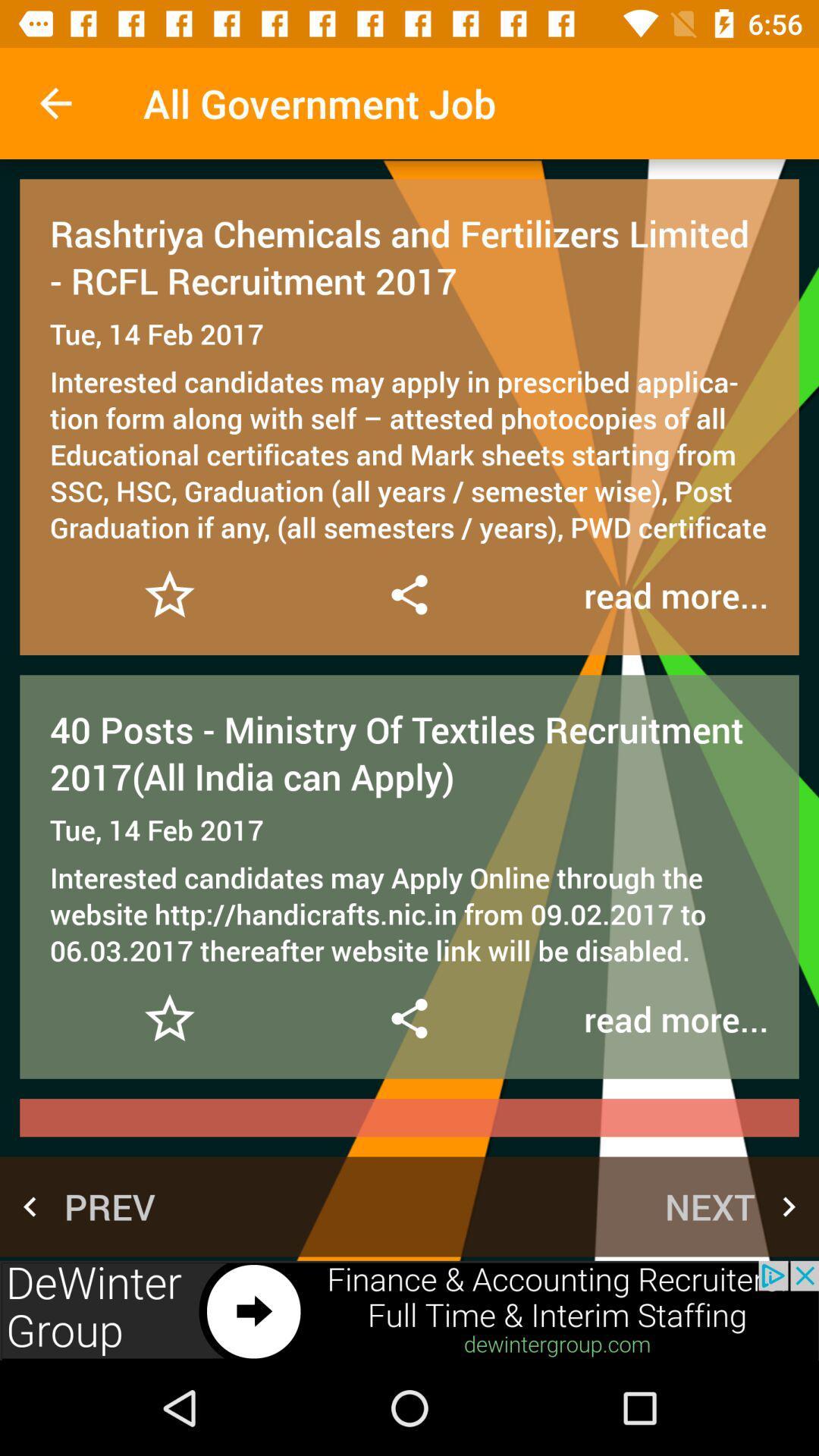 The image size is (819, 1456). I want to click on sear, so click(408, 594).